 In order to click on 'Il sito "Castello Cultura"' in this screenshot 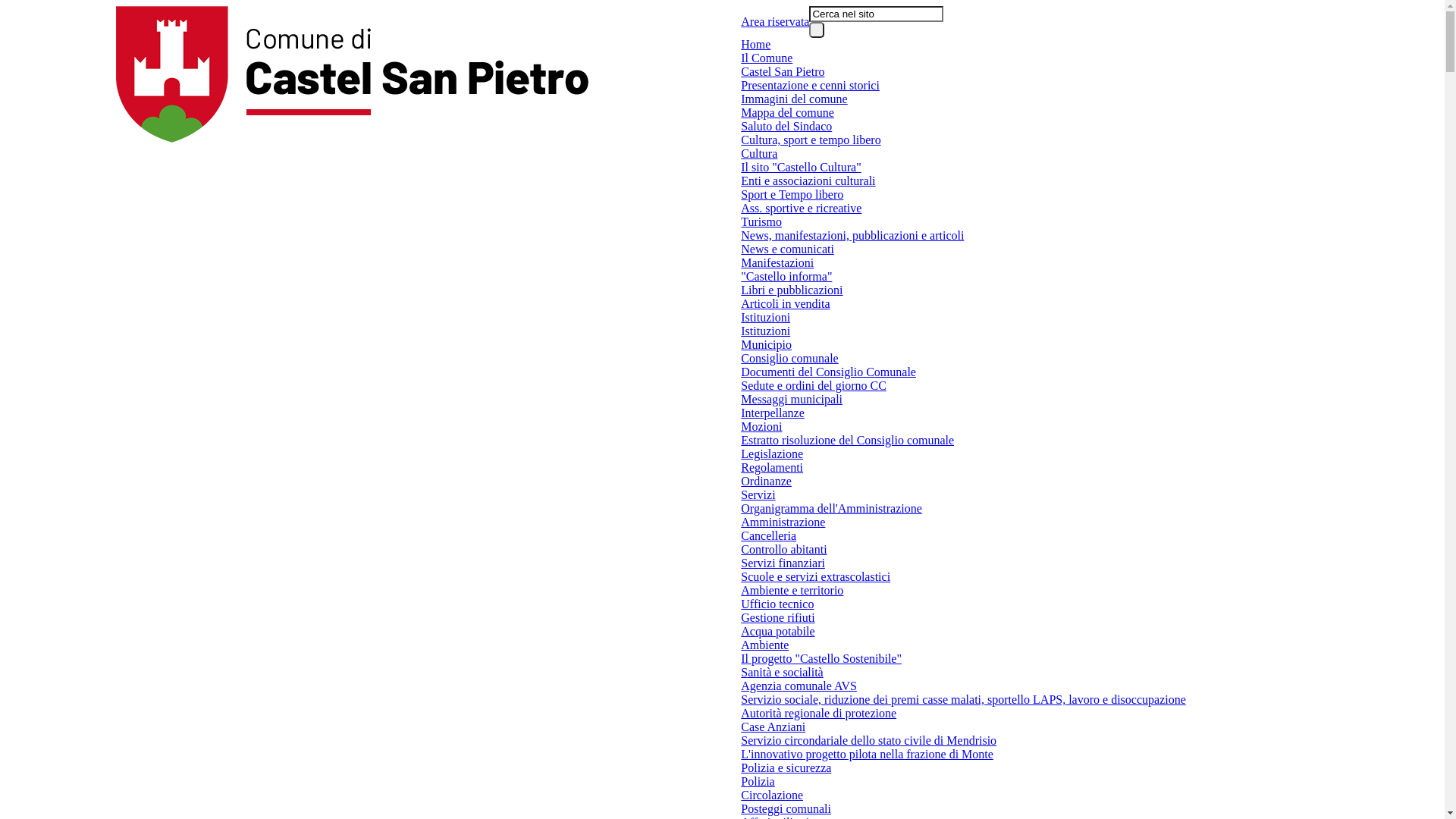, I will do `click(800, 167)`.